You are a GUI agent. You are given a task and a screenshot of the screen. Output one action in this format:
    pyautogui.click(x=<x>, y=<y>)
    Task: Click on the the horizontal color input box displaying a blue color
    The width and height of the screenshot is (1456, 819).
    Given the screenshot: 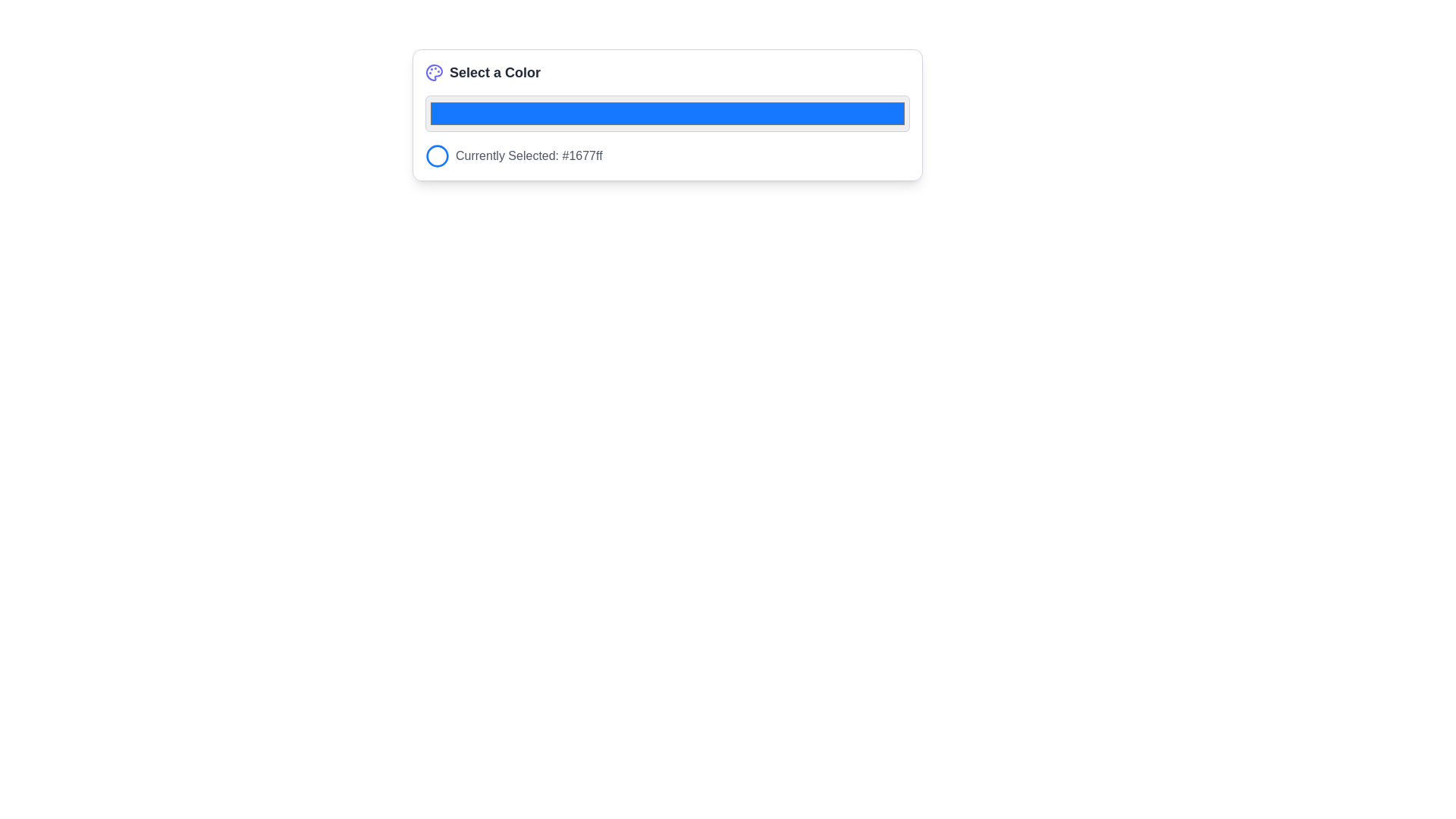 What is the action you would take?
    pyautogui.click(x=667, y=114)
    